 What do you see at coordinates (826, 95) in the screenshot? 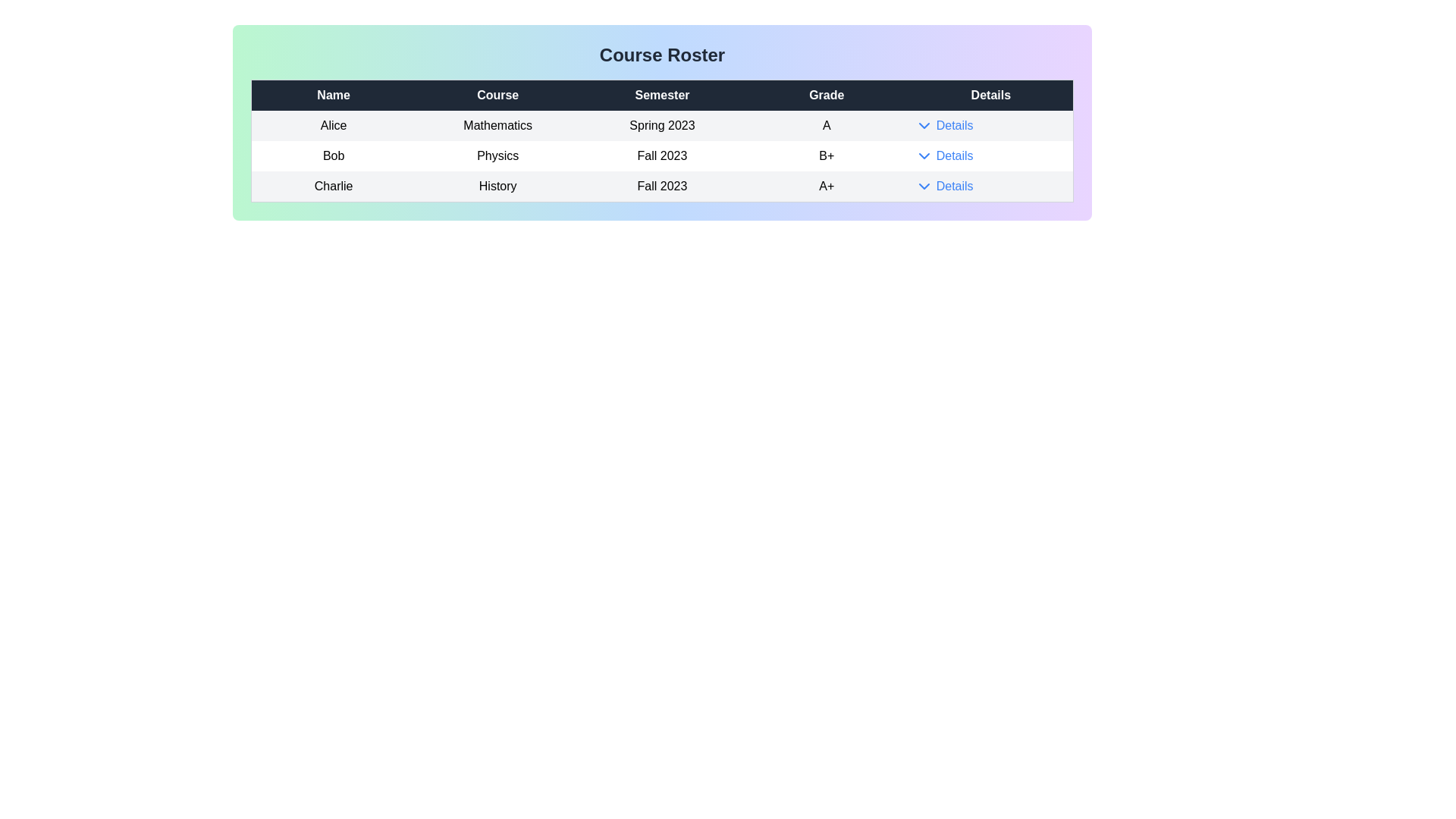
I see `the 'Grade' column header in the table, which is styled with a dark background and white text, located between 'Semester' and 'Details'` at bounding box center [826, 95].